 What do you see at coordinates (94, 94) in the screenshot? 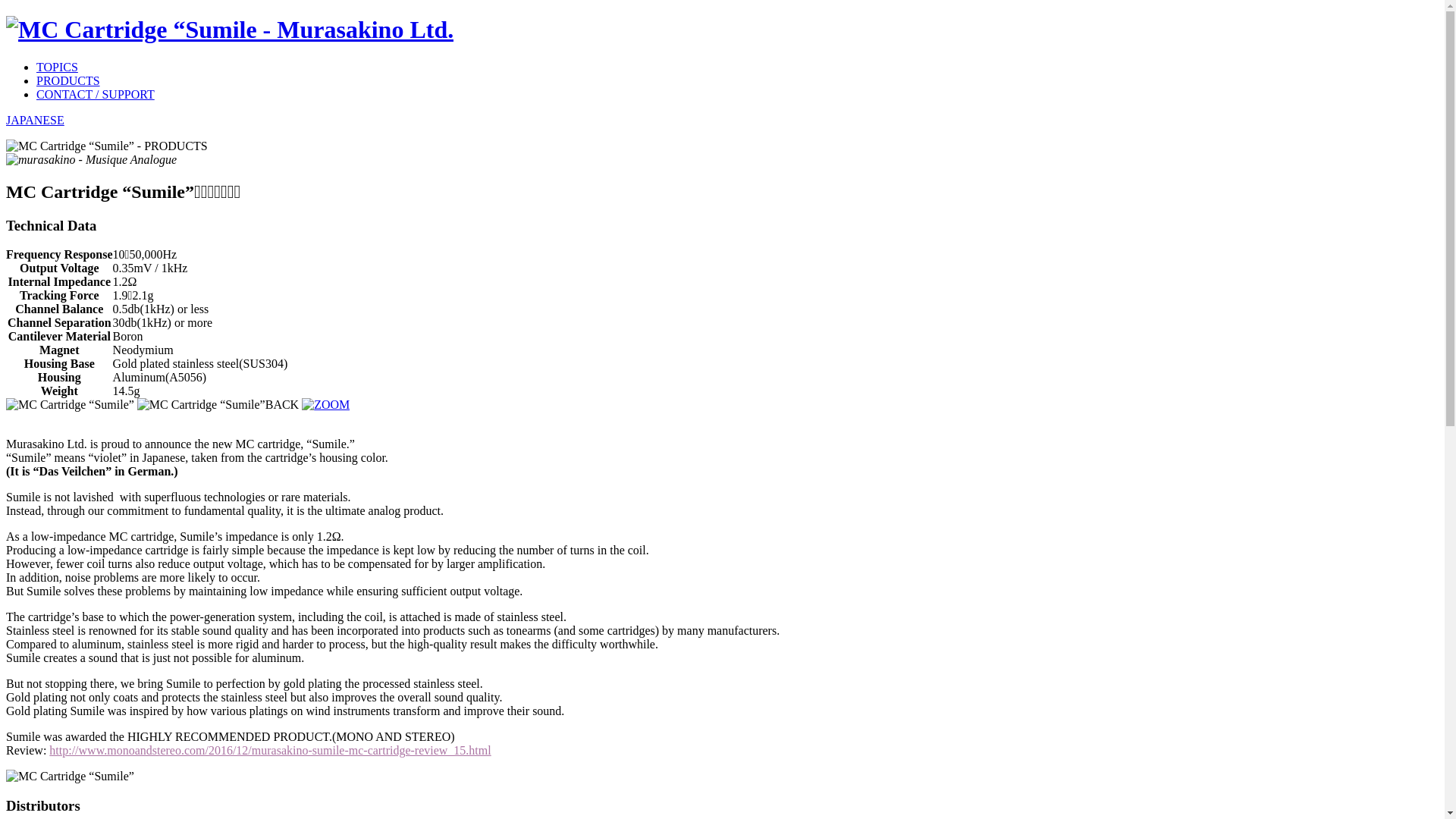
I see `'CONTACT / SUPPORT'` at bounding box center [94, 94].